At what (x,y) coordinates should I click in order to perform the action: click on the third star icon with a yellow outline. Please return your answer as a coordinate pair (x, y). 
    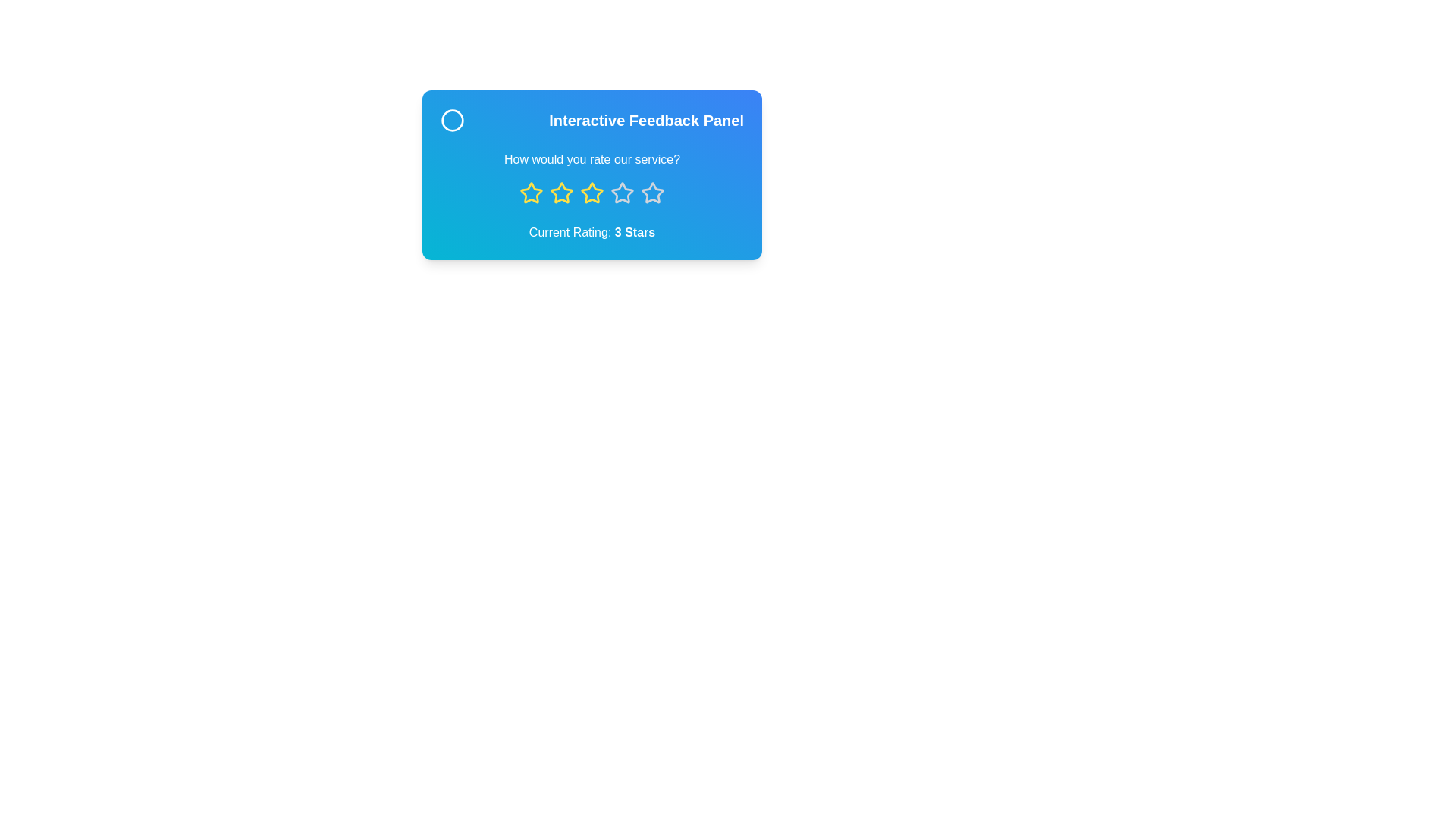
    Looking at the image, I should click on (560, 192).